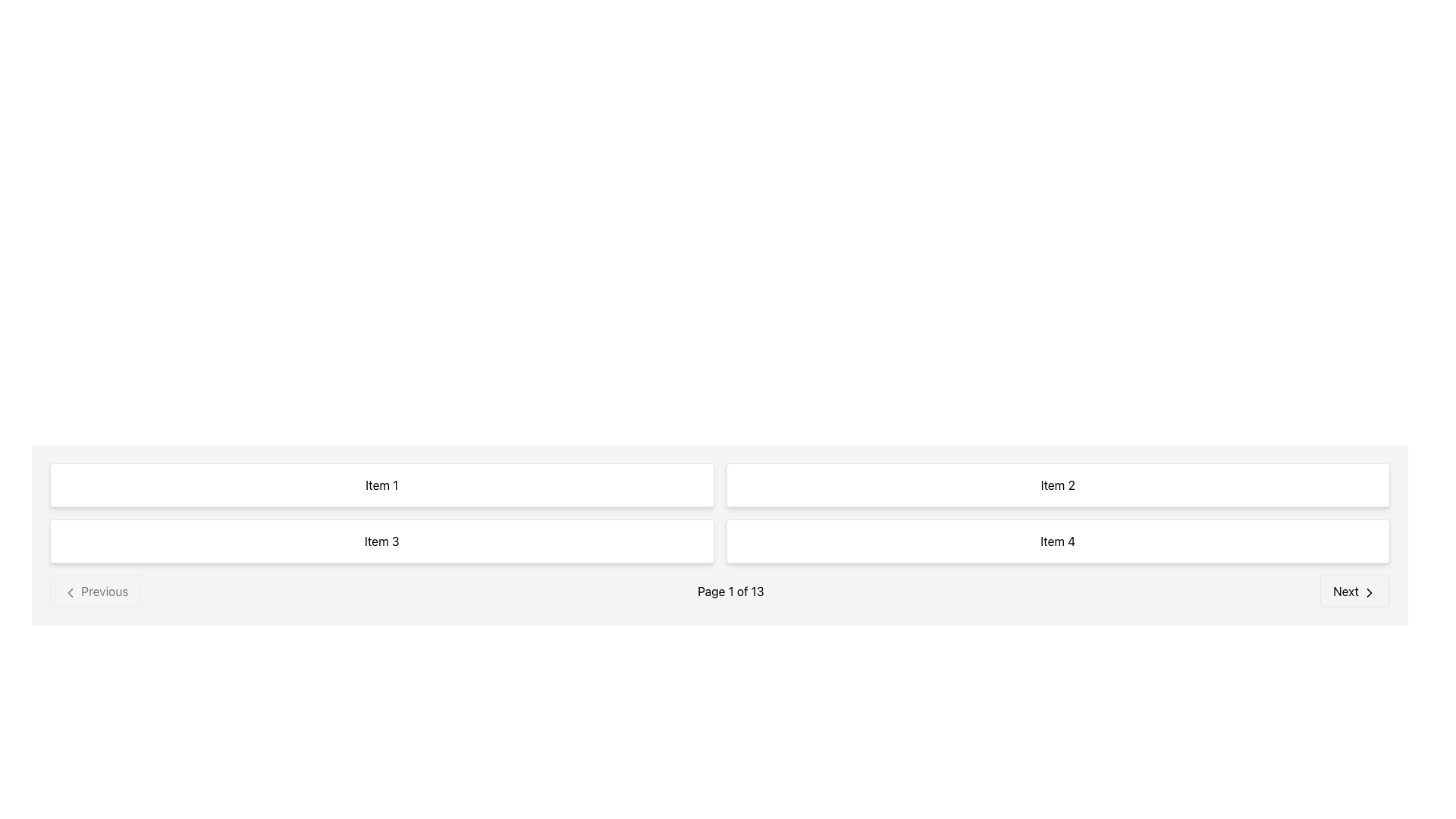  What do you see at coordinates (69, 591) in the screenshot?
I see `the Chevron Left Symbol icon located to the left of the 'Previous' button to activate its navigation function` at bounding box center [69, 591].